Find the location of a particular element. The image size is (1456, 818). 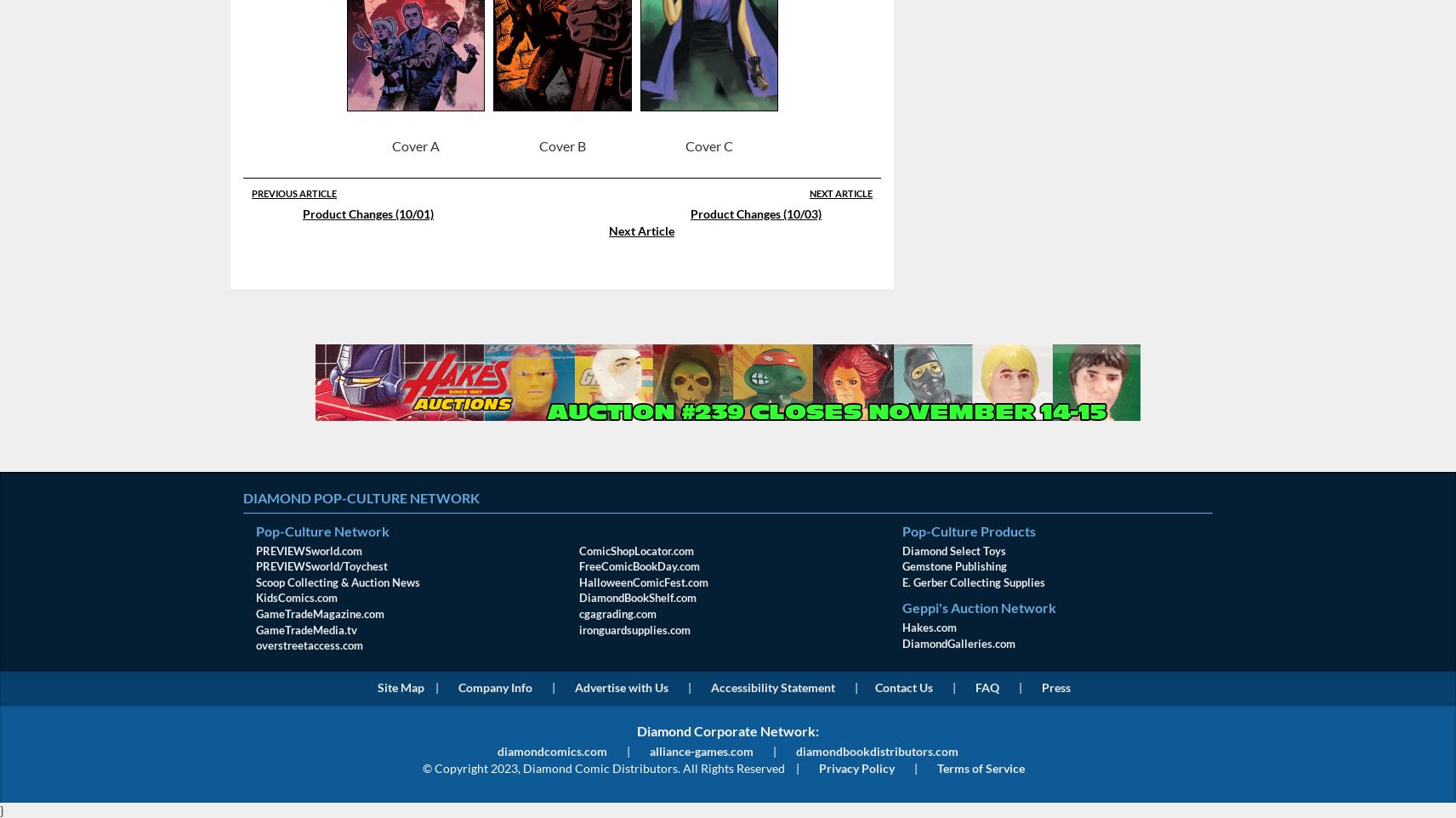

'© Copyright 2023, Diamond Comic Distributors. All Rights Reserved' is located at coordinates (603, 766).